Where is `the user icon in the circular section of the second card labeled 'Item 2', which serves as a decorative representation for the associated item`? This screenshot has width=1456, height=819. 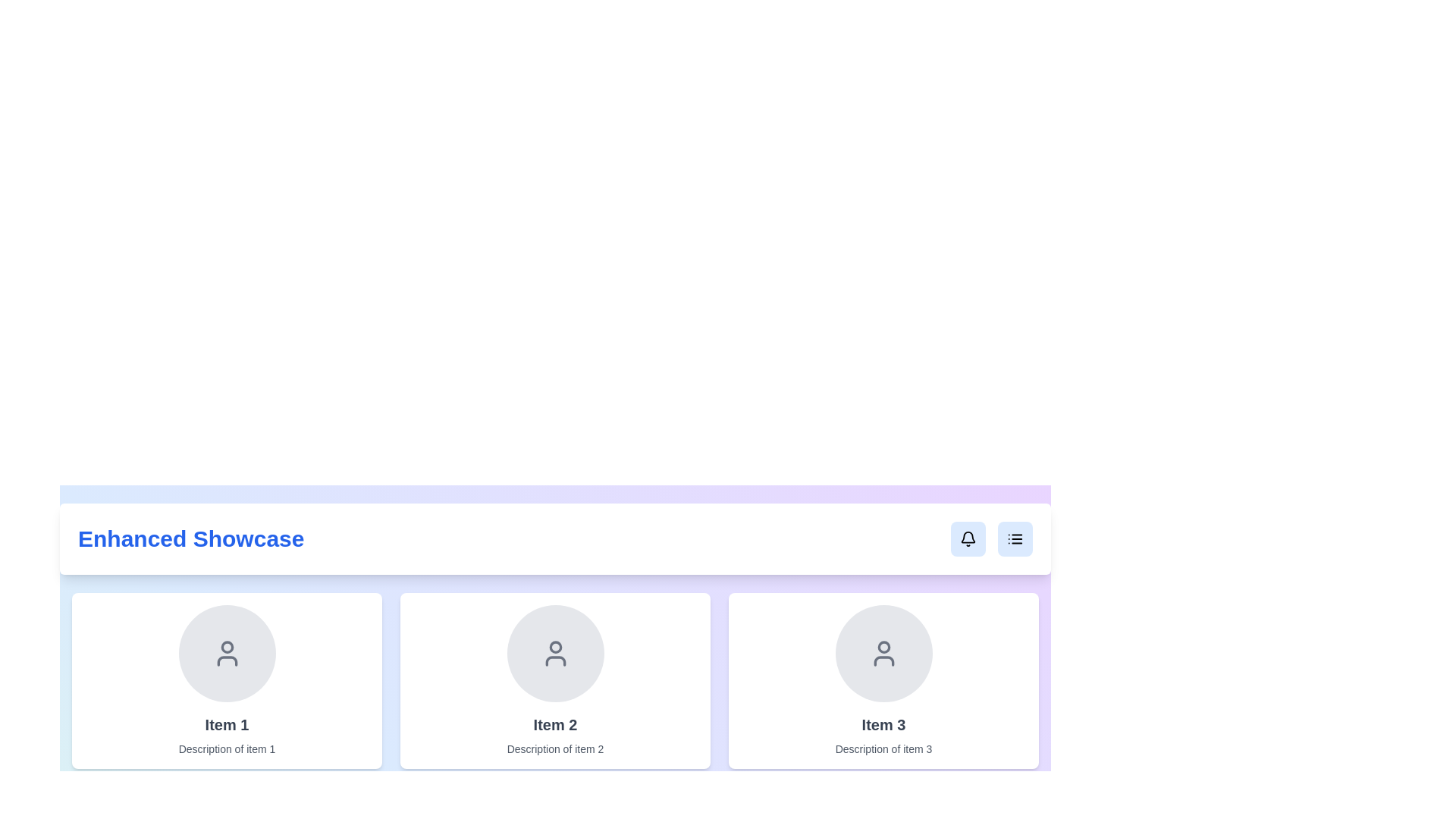 the user icon in the circular section of the second card labeled 'Item 2', which serves as a decorative representation for the associated item is located at coordinates (554, 652).